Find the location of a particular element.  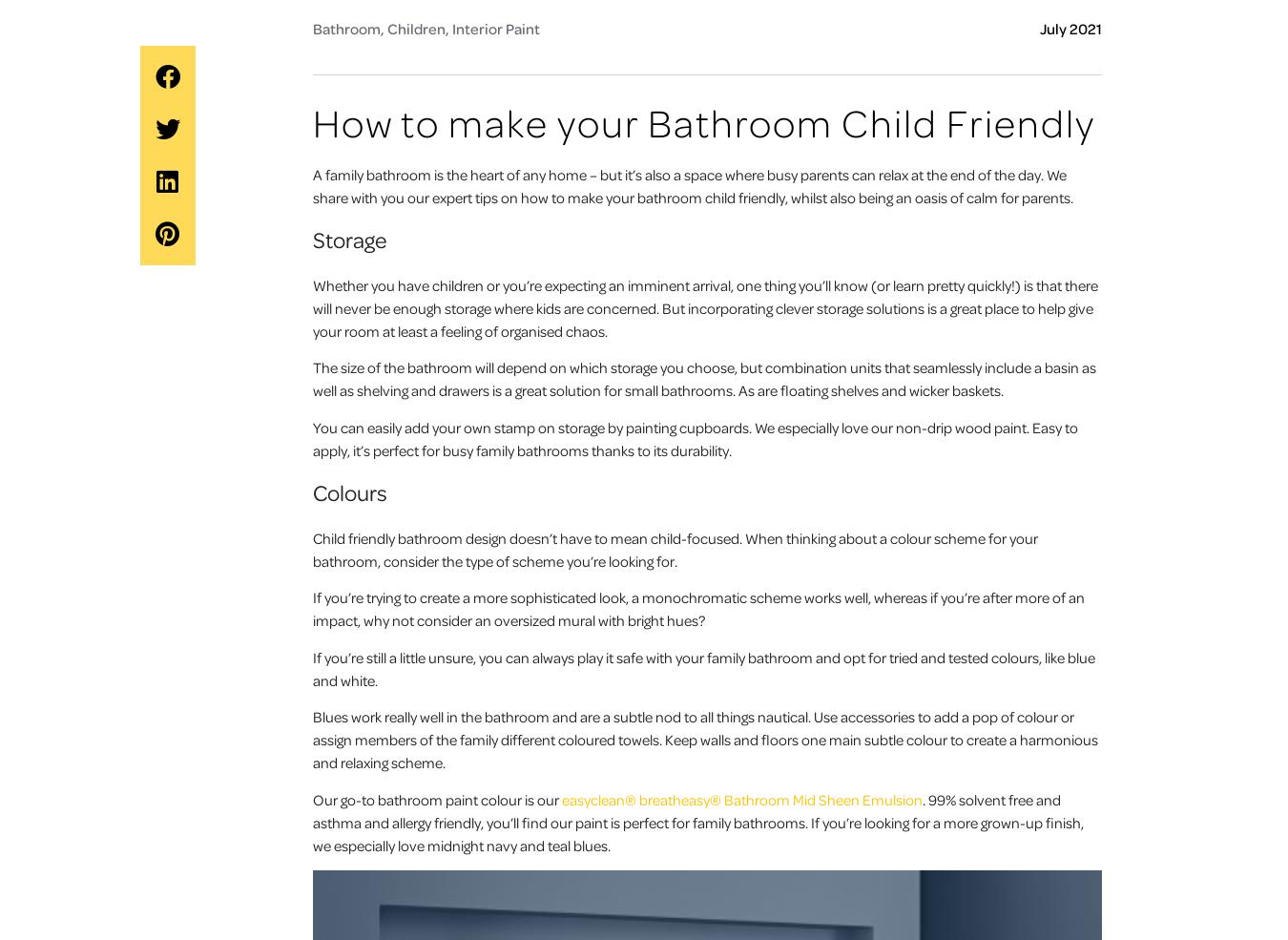

'Our go-to bathroom paint colour is our' is located at coordinates (436, 797).